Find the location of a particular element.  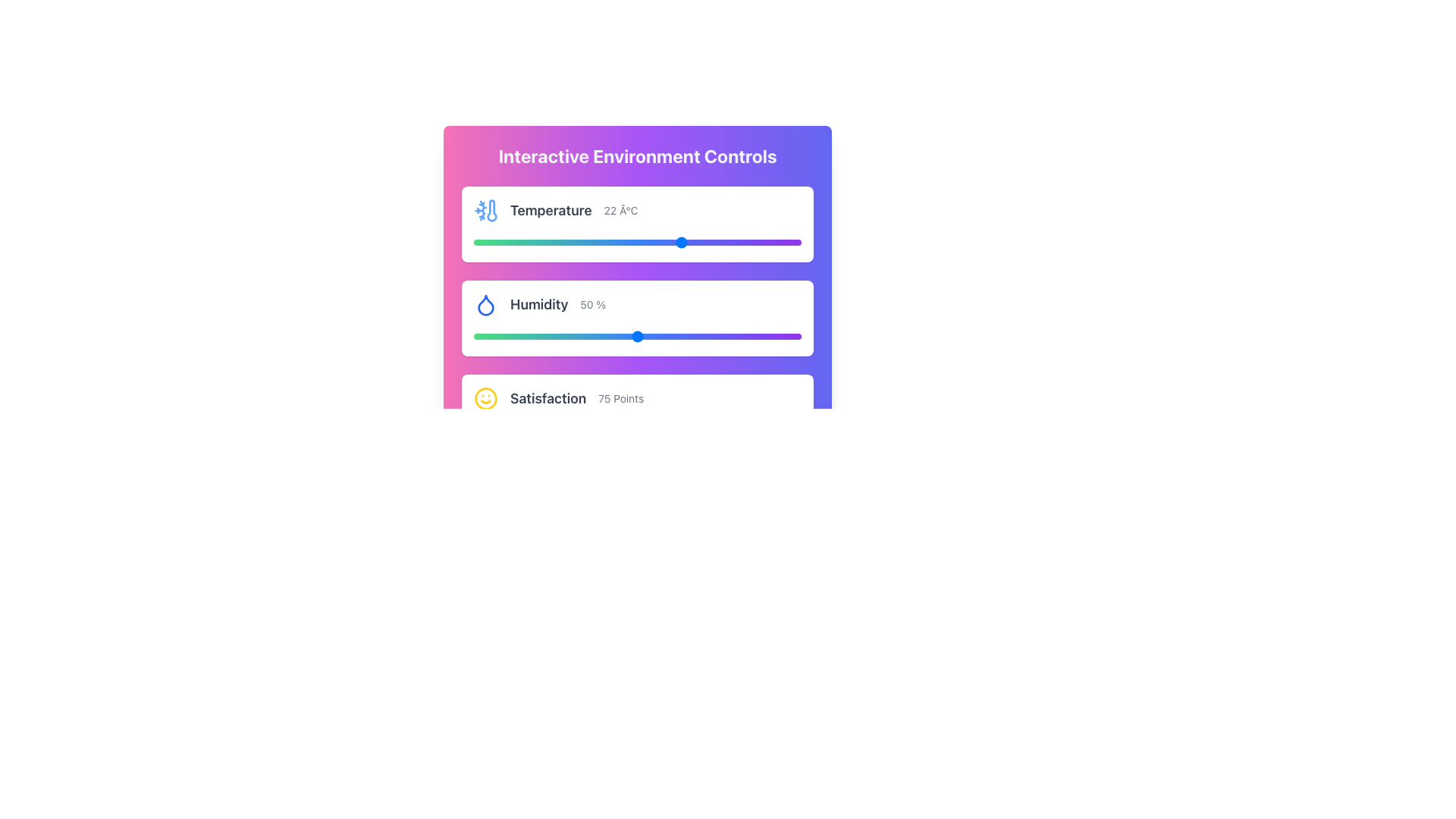

the blue droplet-shaped icon located to the left of the 'Humidity' label in the control interface is located at coordinates (486, 304).